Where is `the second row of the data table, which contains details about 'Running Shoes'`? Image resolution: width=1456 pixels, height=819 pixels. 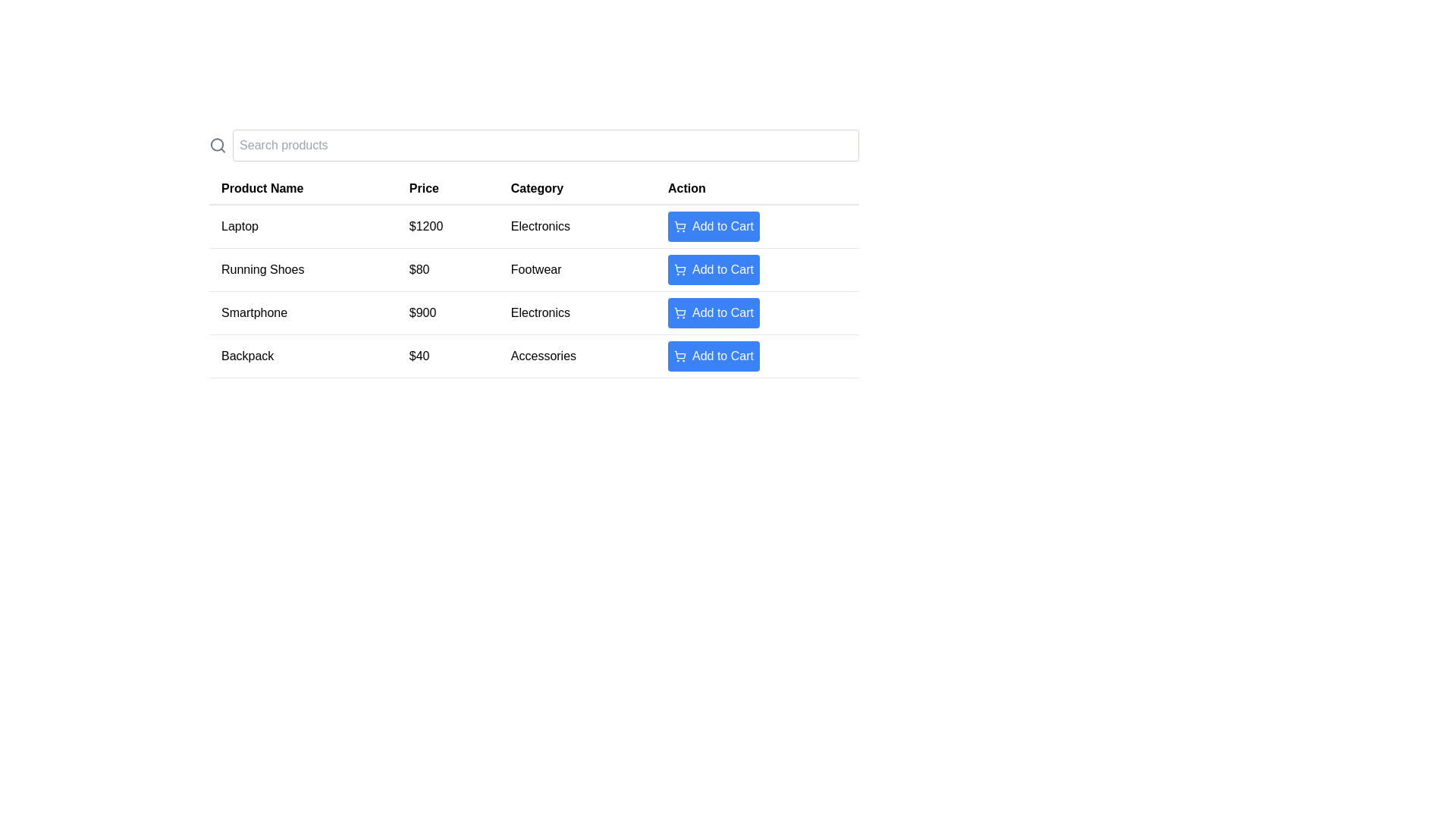
the second row of the data table, which contains details about 'Running Shoes' is located at coordinates (534, 291).